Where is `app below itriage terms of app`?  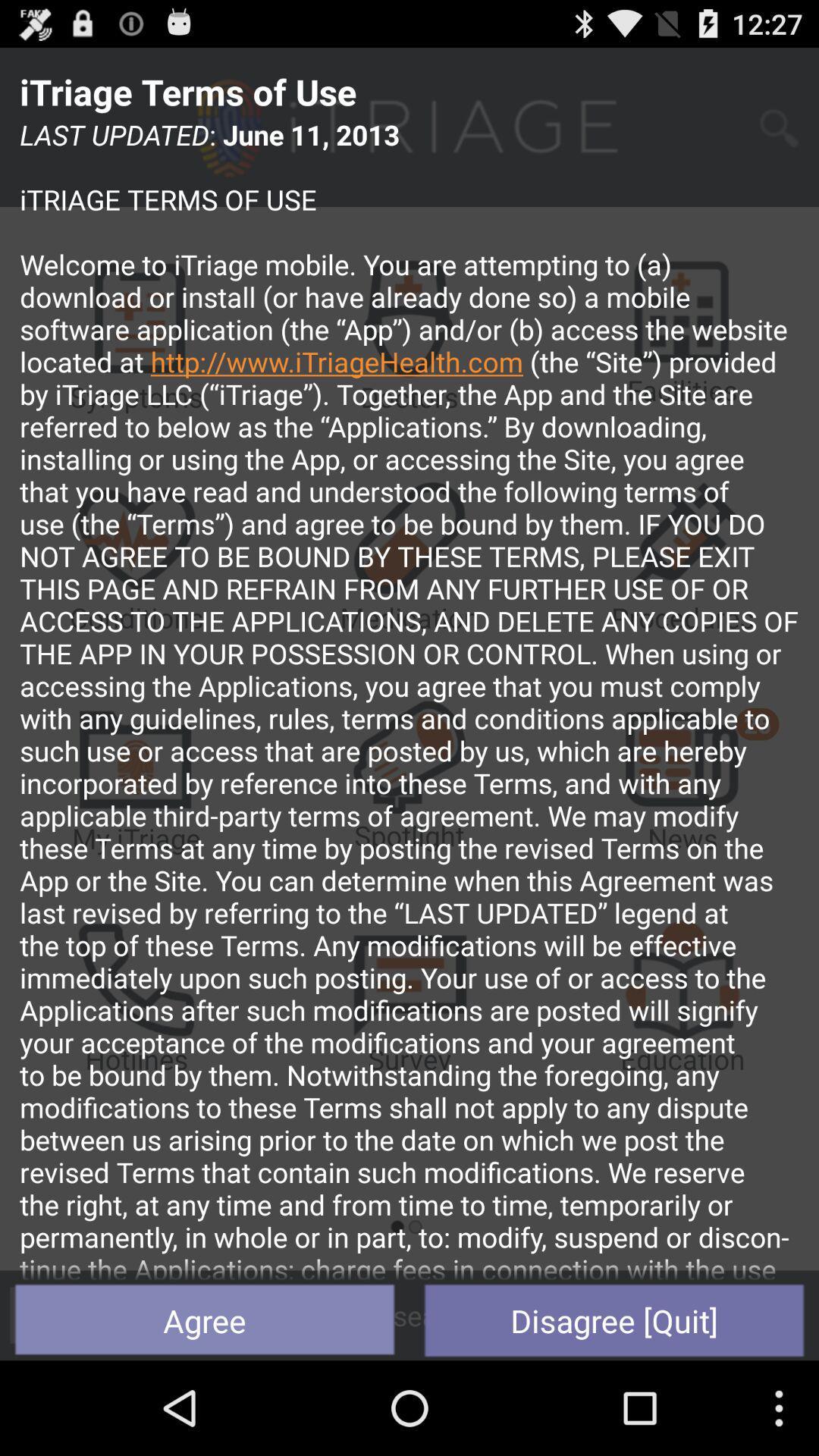
app below itriage terms of app is located at coordinates (409, 698).